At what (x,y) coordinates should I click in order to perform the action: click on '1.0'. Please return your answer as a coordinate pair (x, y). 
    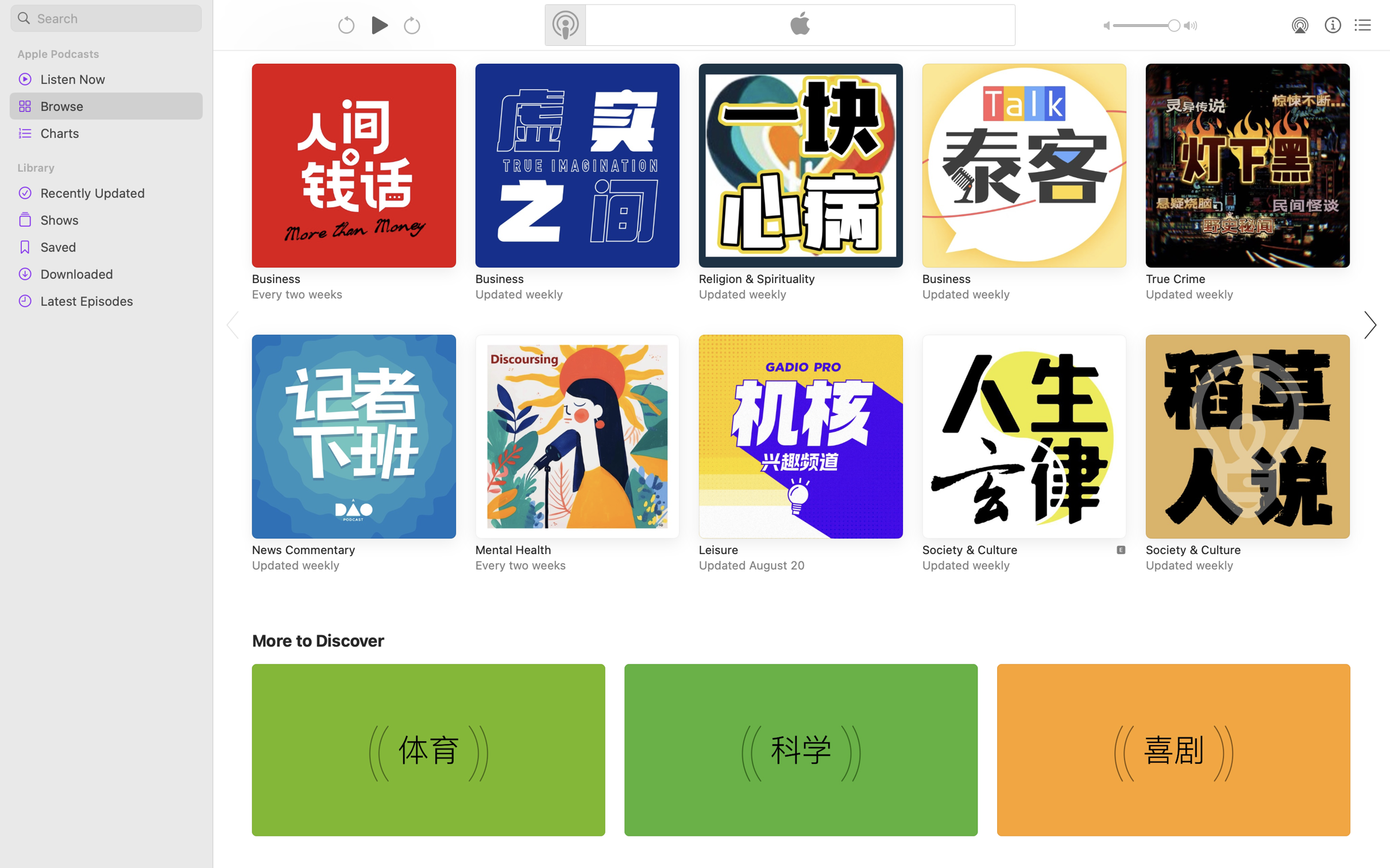
    Looking at the image, I should click on (1146, 25).